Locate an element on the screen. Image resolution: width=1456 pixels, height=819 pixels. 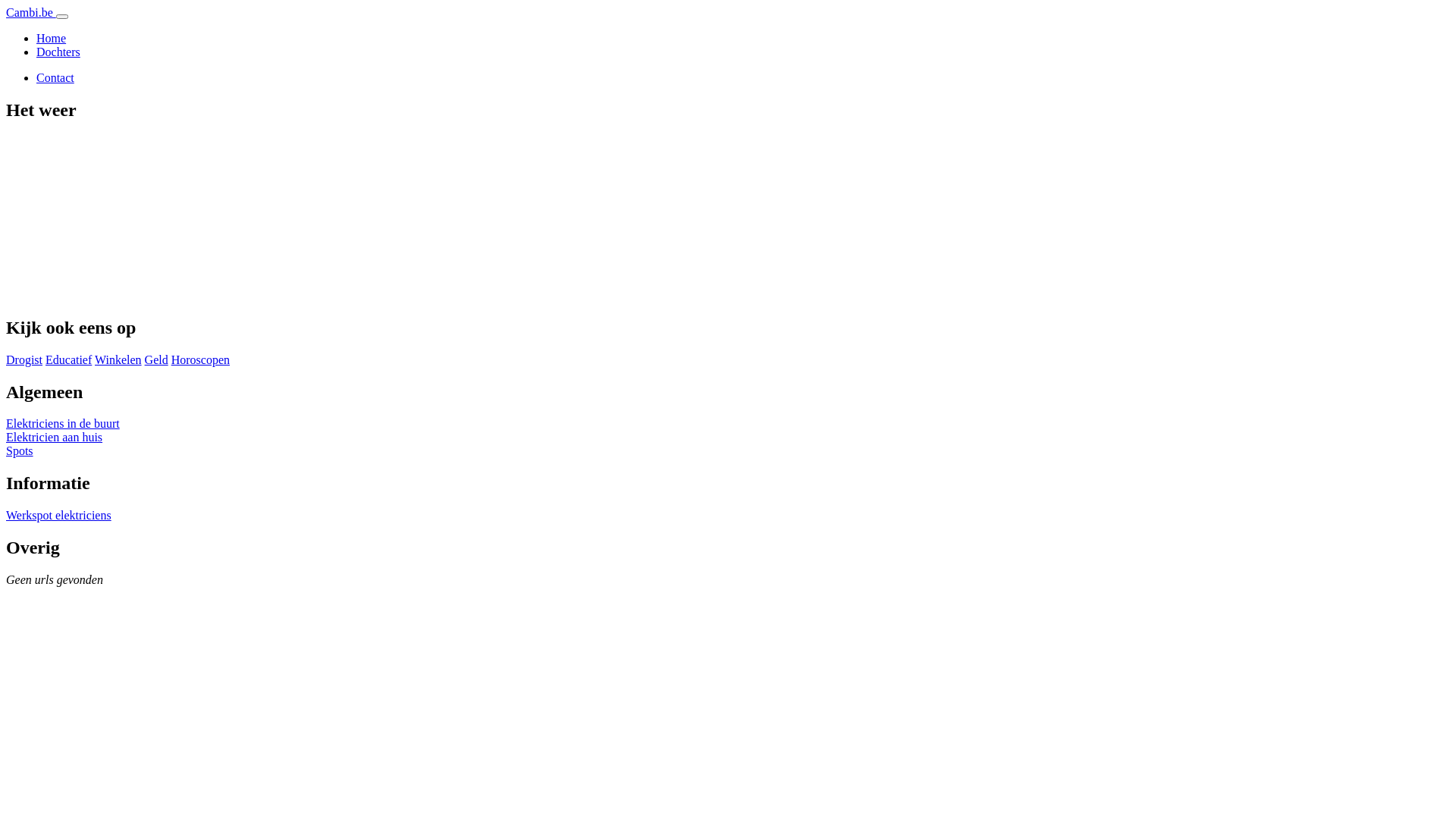
'Werkspot elektriciens' is located at coordinates (58, 514).